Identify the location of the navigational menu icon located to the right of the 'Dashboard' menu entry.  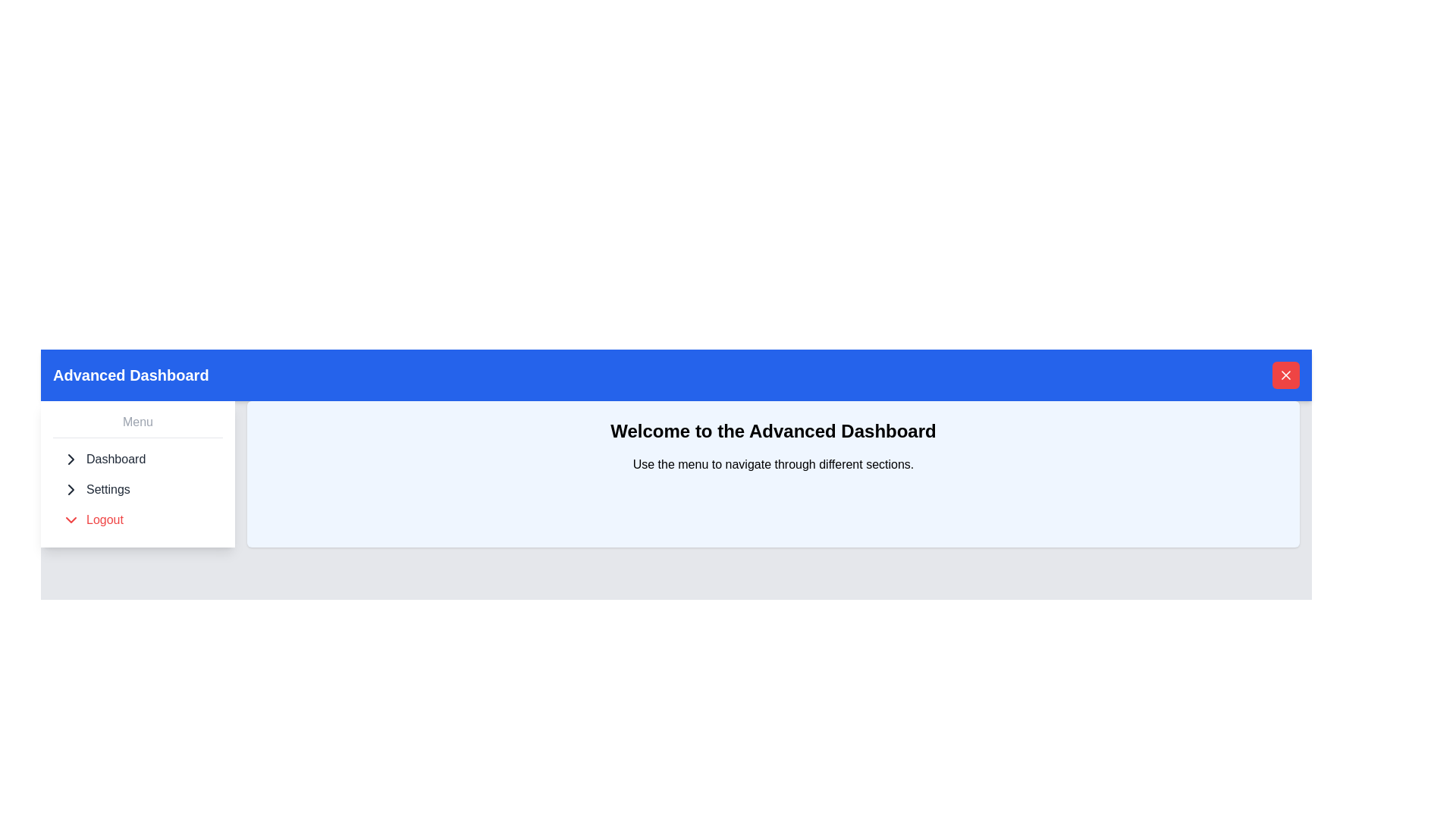
(71, 458).